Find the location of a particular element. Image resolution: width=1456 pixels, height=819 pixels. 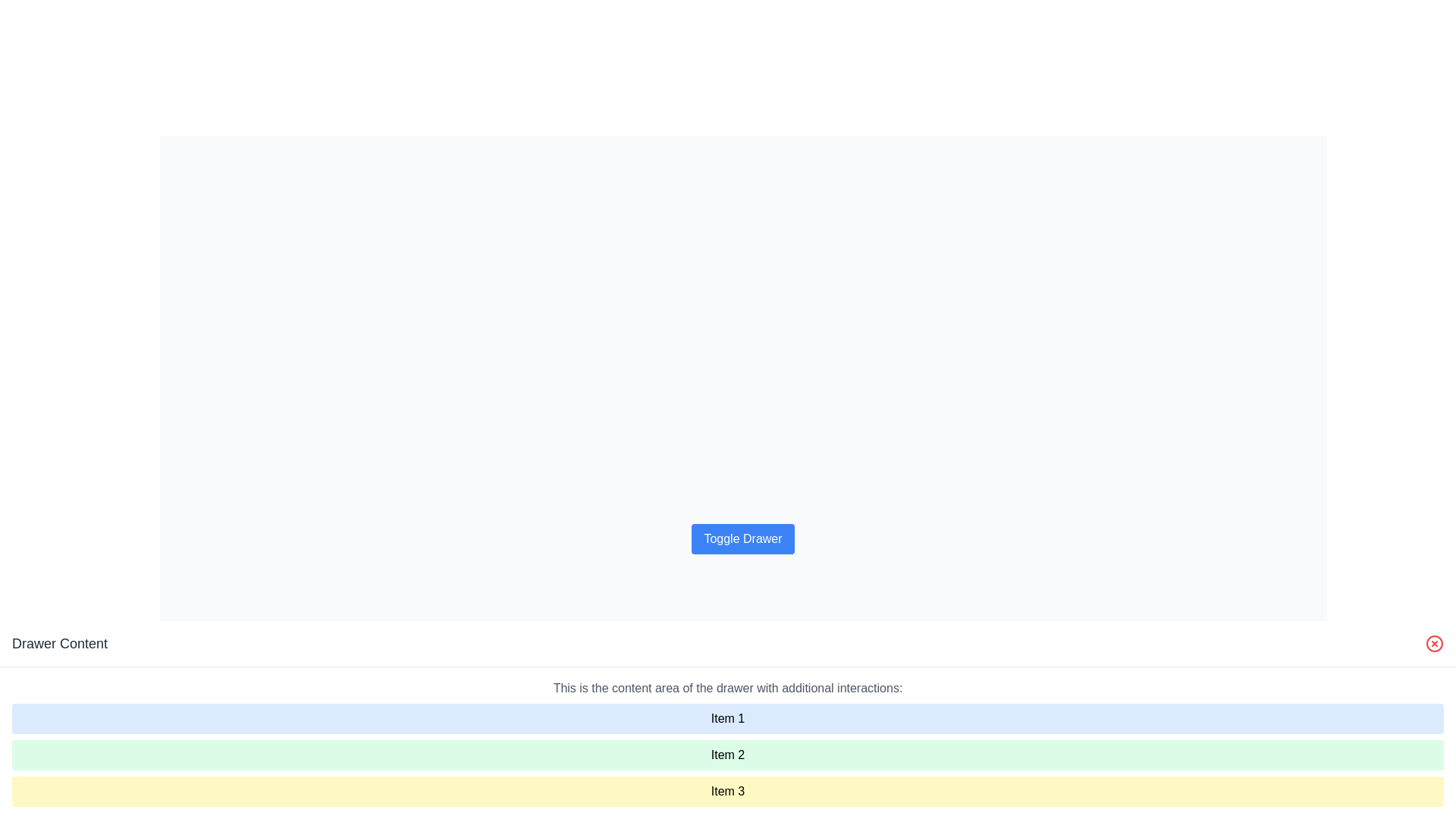

the toggle button positioned above the 'Drawer Content' section is located at coordinates (742, 538).